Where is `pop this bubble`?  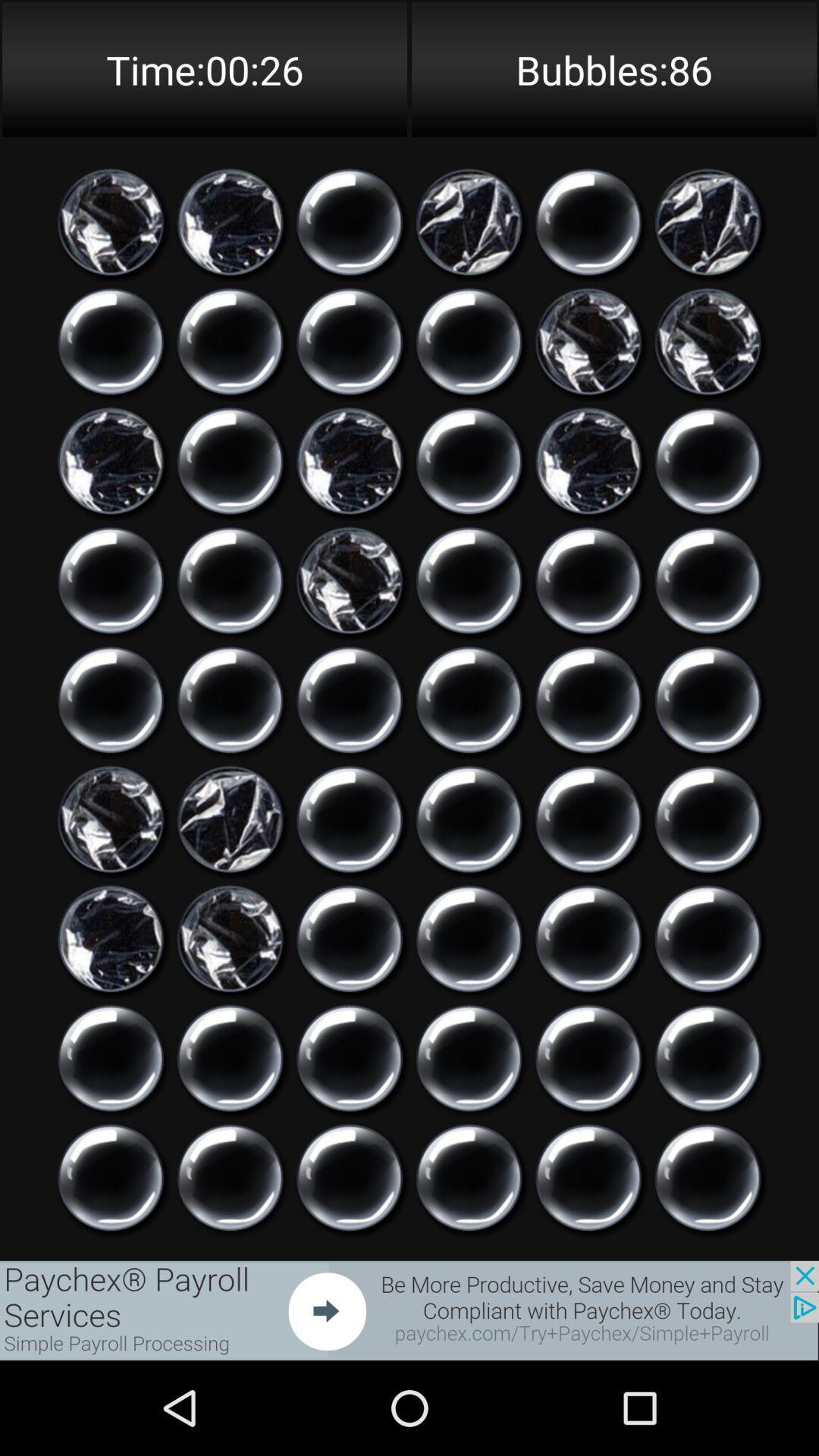
pop this bubble is located at coordinates (230, 938).